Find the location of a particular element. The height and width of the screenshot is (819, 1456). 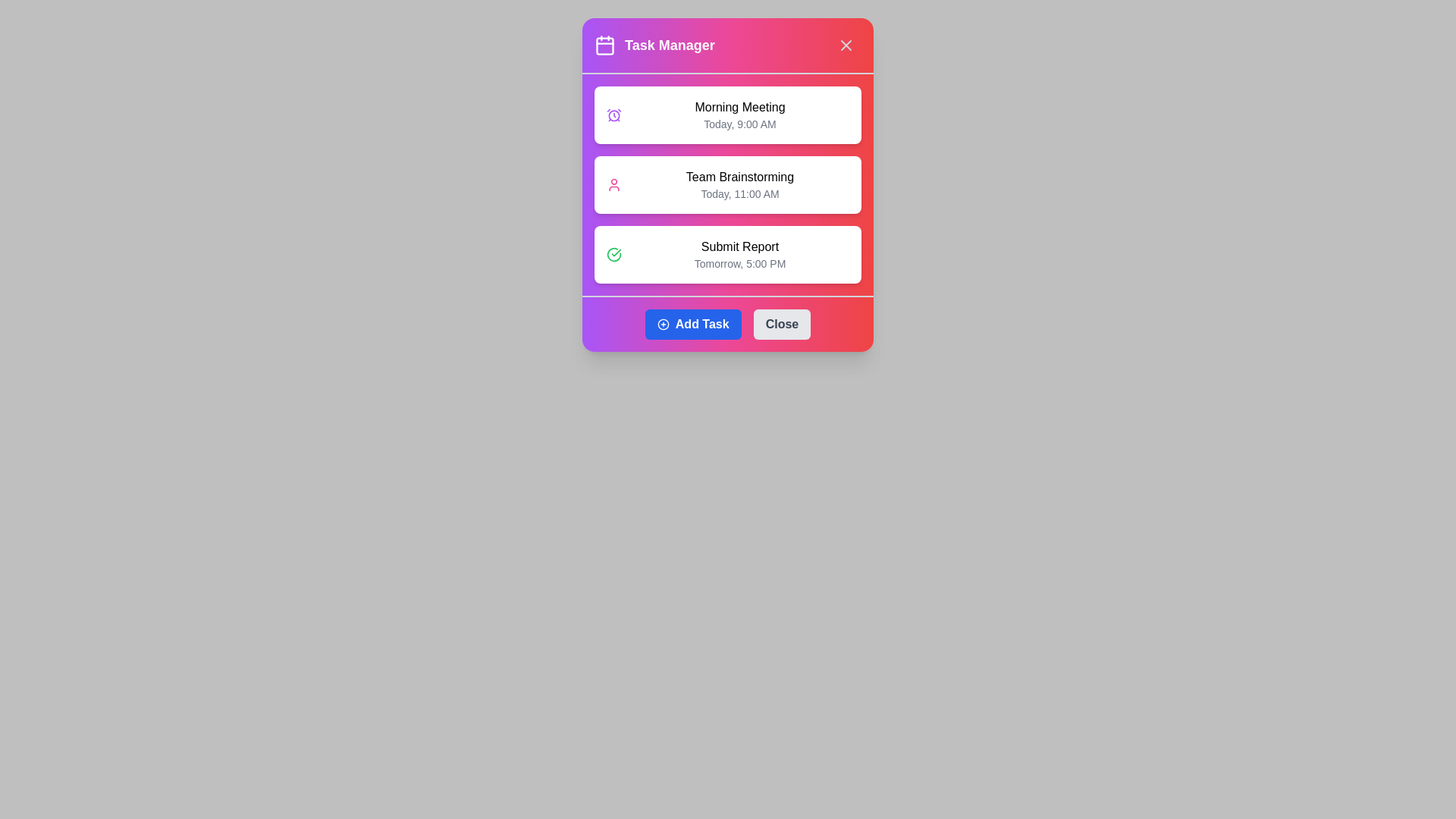

the second Task card component in the task list, which displays the title and scheduled time of a specific task or event is located at coordinates (728, 184).